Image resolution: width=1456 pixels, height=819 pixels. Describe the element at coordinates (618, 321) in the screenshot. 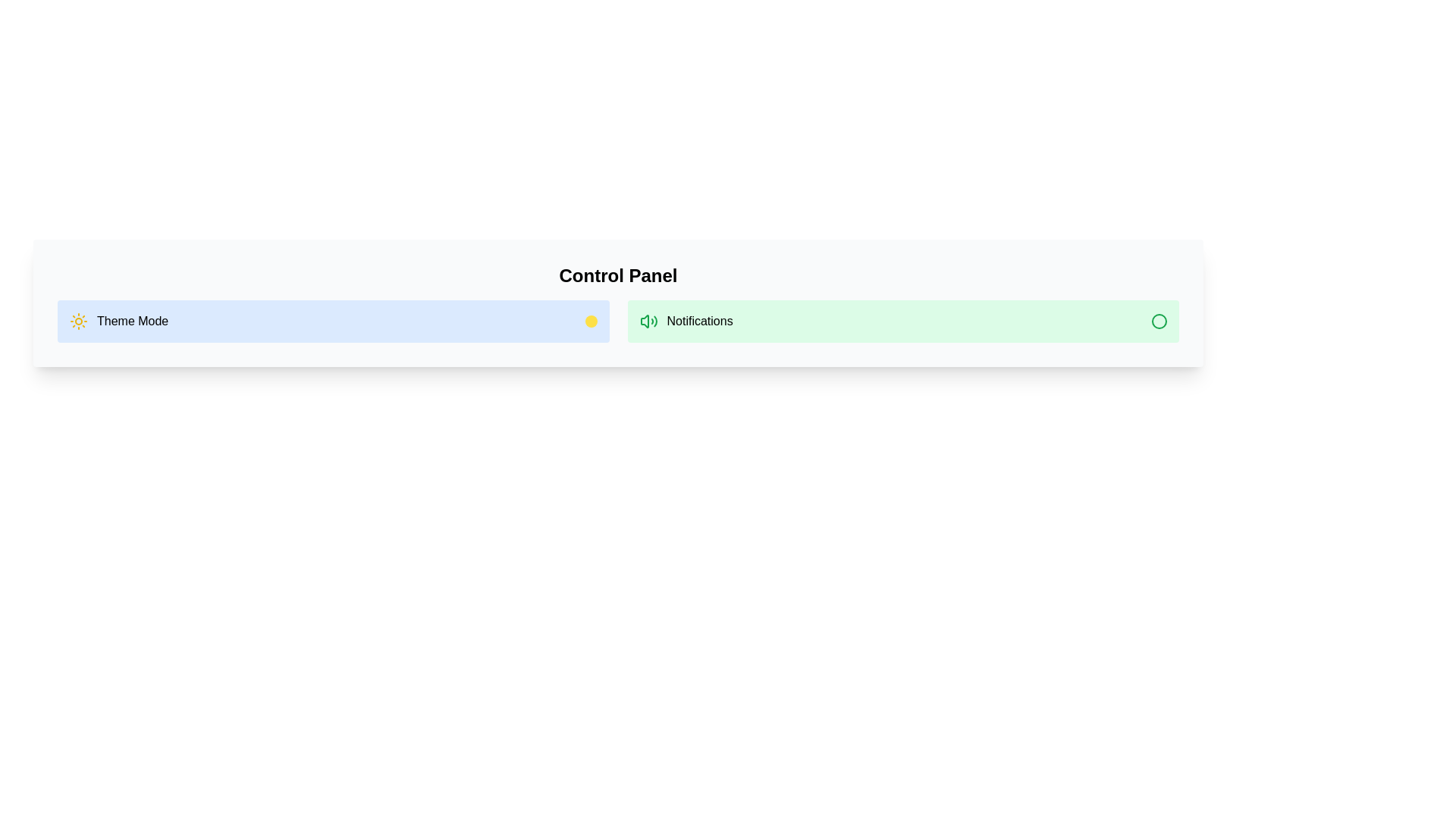

I see `the 'Theme Mode' and 'Notifications' segments of the Grid Layout in the Control Panel section` at that location.